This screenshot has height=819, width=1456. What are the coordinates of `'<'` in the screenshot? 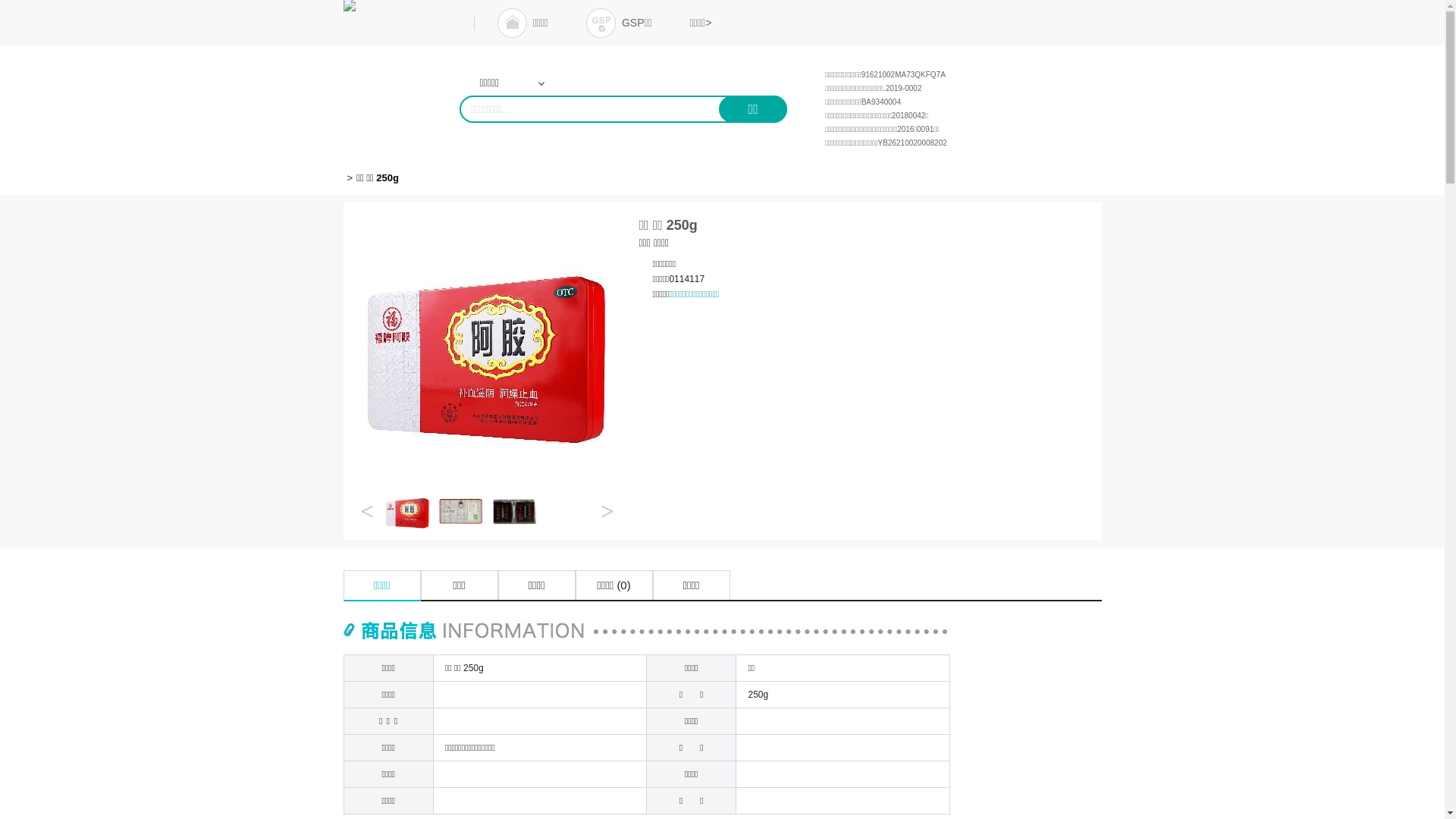 It's located at (353, 511).